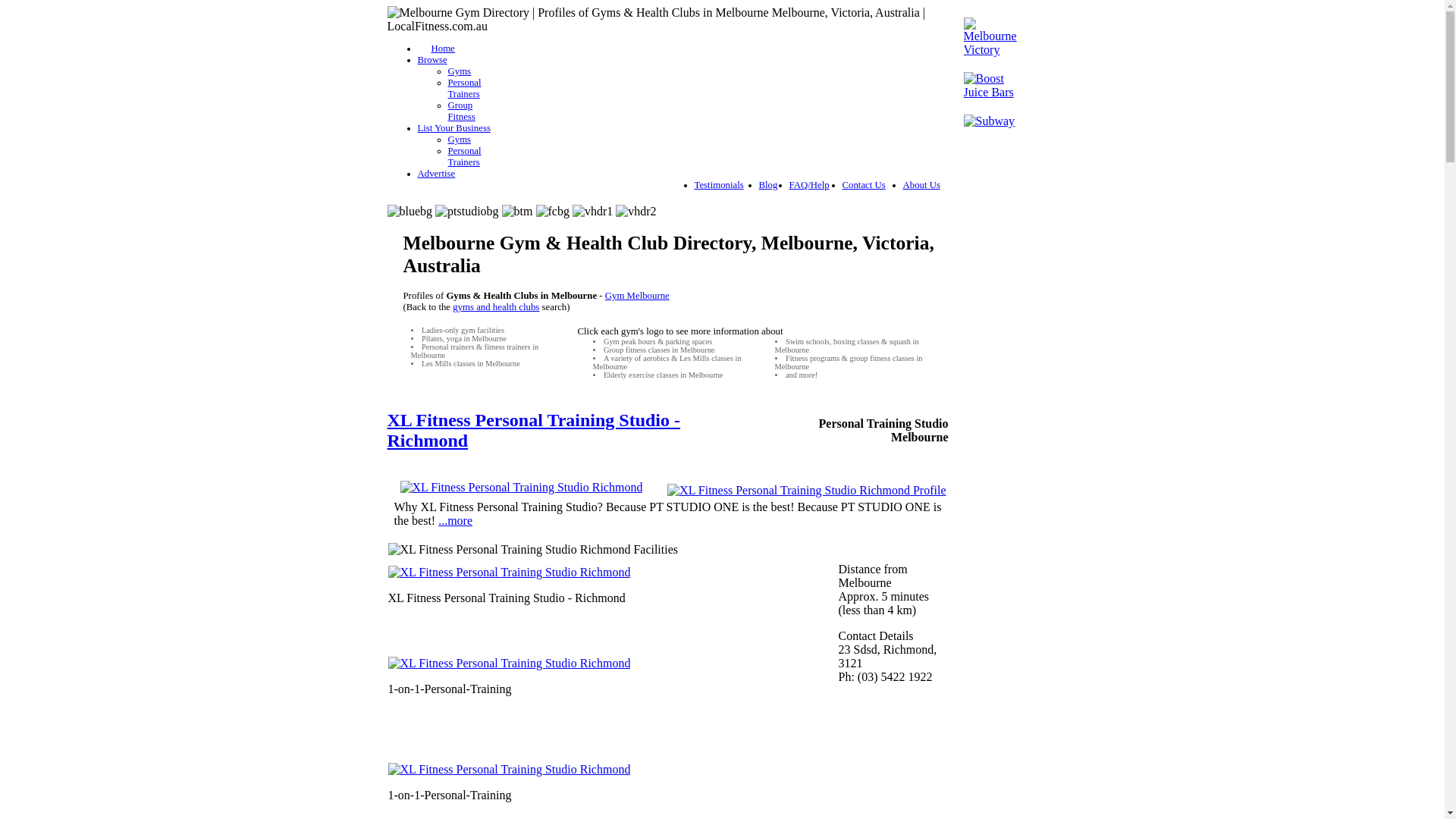 The height and width of the screenshot is (819, 1456). I want to click on 'List Your Business', so click(453, 127).